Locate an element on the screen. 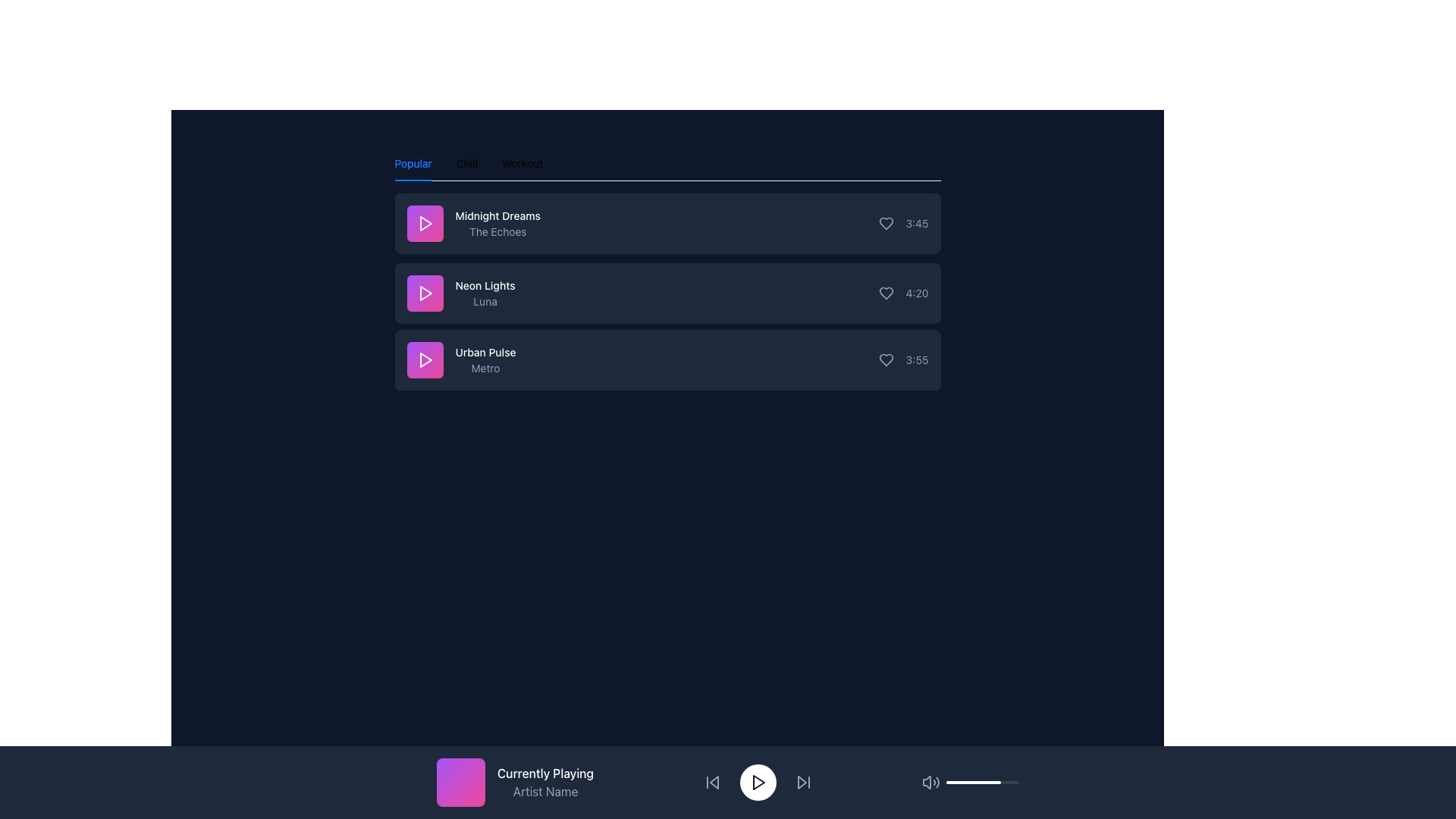 The width and height of the screenshot is (1456, 819). the play button located at the center of the white circular button in the media player's control panel is located at coordinates (758, 783).